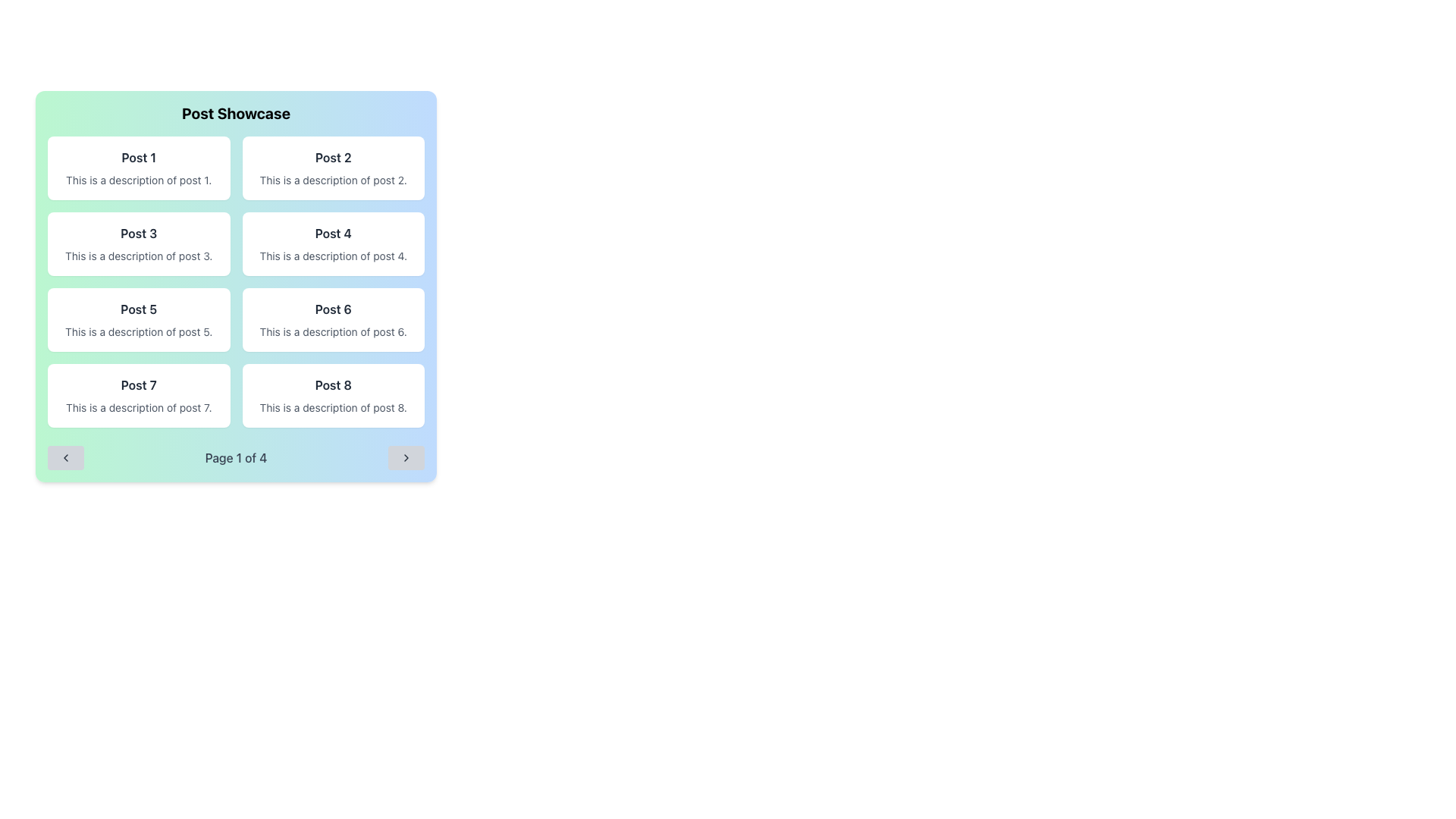  What do you see at coordinates (332, 331) in the screenshot?
I see `static text content providing a description for the related post located below the title 'Post 6' in the second column of the second row of a 2x4 grid` at bounding box center [332, 331].